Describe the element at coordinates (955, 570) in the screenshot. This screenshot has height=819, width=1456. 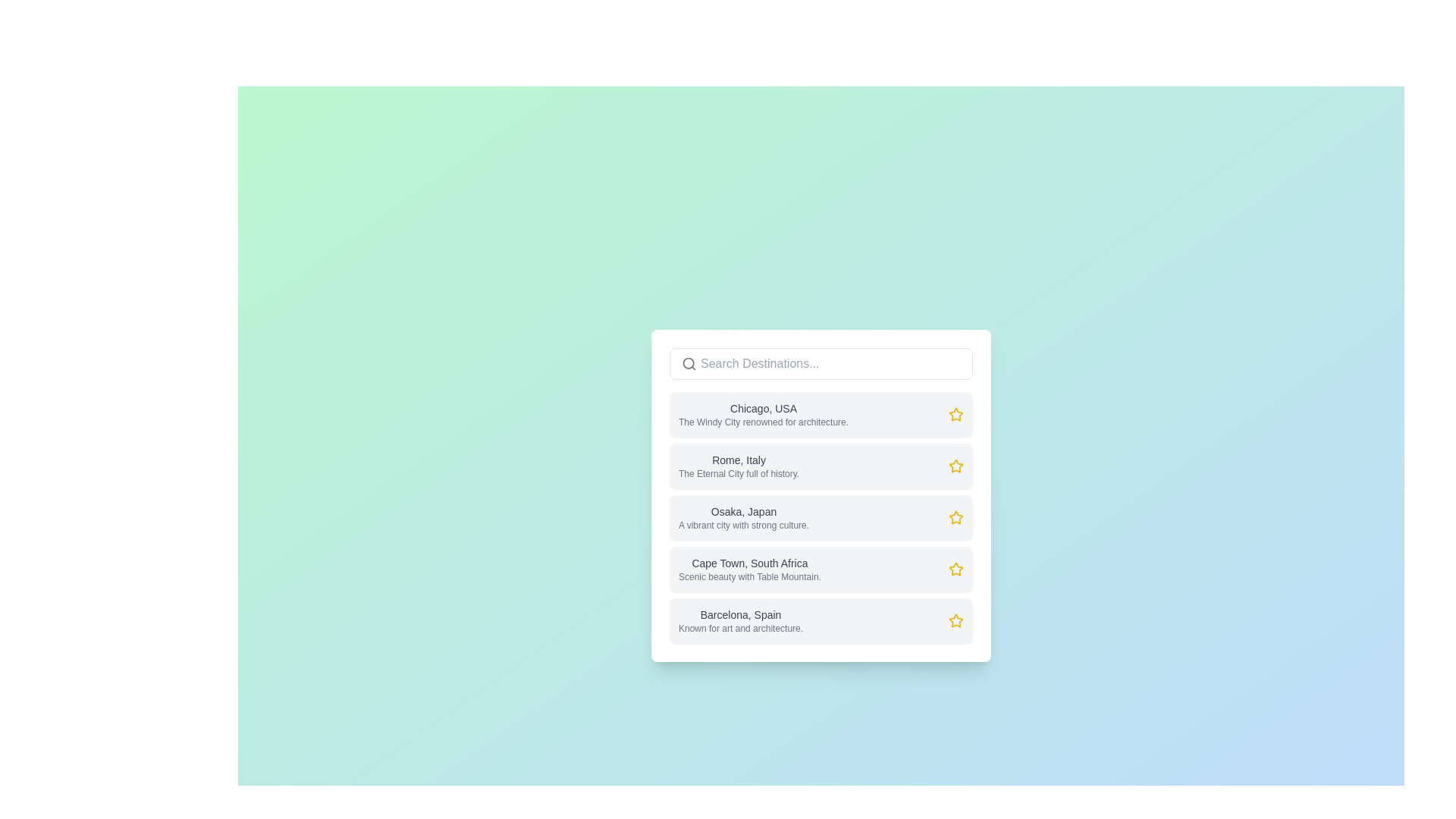
I see `the Star icon button in the fourth row of the destination list, which allows users to mark 'Cape Town, South Africa' as a favorite` at that location.